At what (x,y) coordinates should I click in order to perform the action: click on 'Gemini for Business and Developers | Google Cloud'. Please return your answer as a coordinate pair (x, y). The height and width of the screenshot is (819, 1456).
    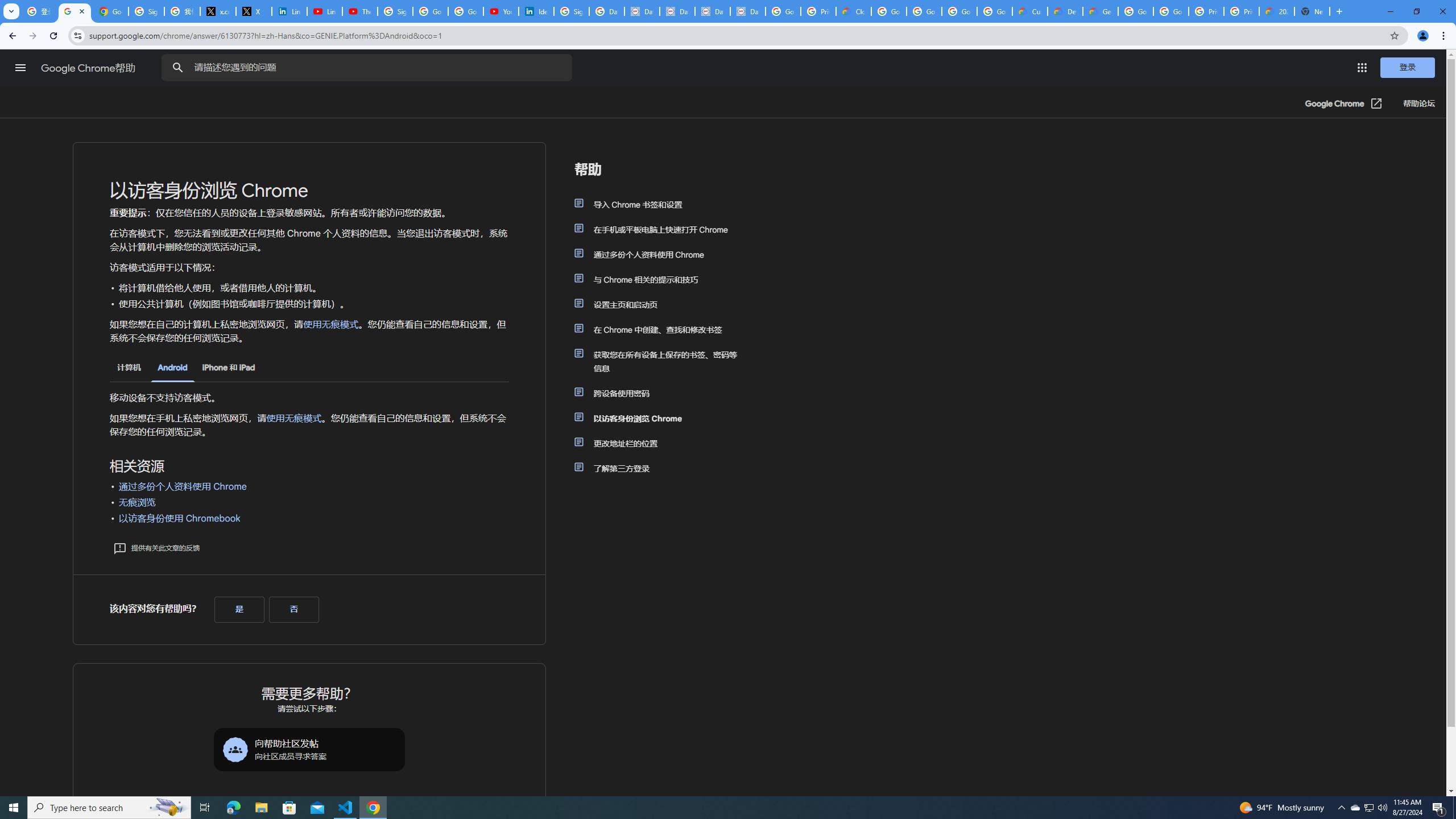
    Looking at the image, I should click on (1099, 11).